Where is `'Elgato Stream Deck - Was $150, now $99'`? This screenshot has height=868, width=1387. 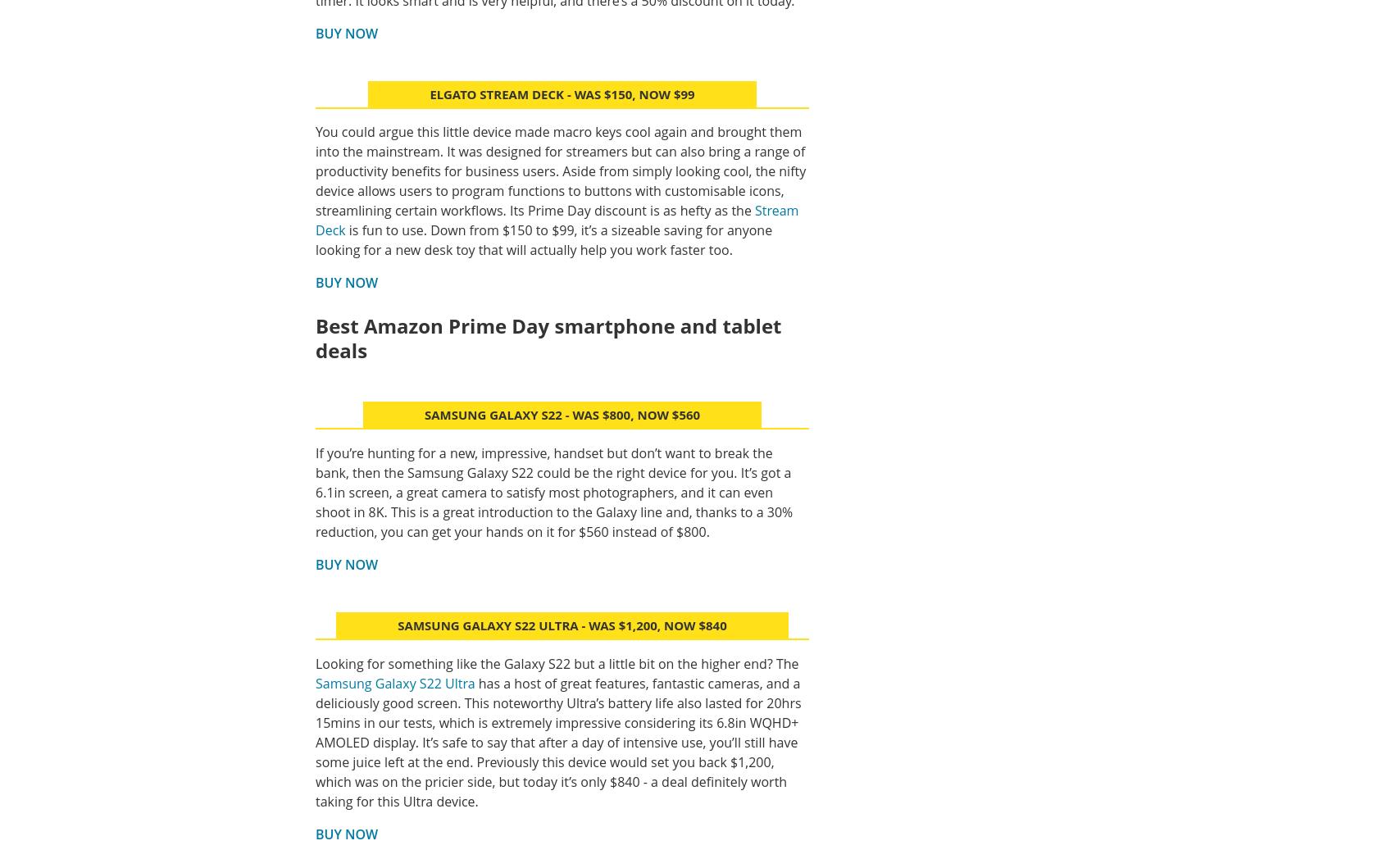
'Elgato Stream Deck - Was $150, now $99' is located at coordinates (562, 92).